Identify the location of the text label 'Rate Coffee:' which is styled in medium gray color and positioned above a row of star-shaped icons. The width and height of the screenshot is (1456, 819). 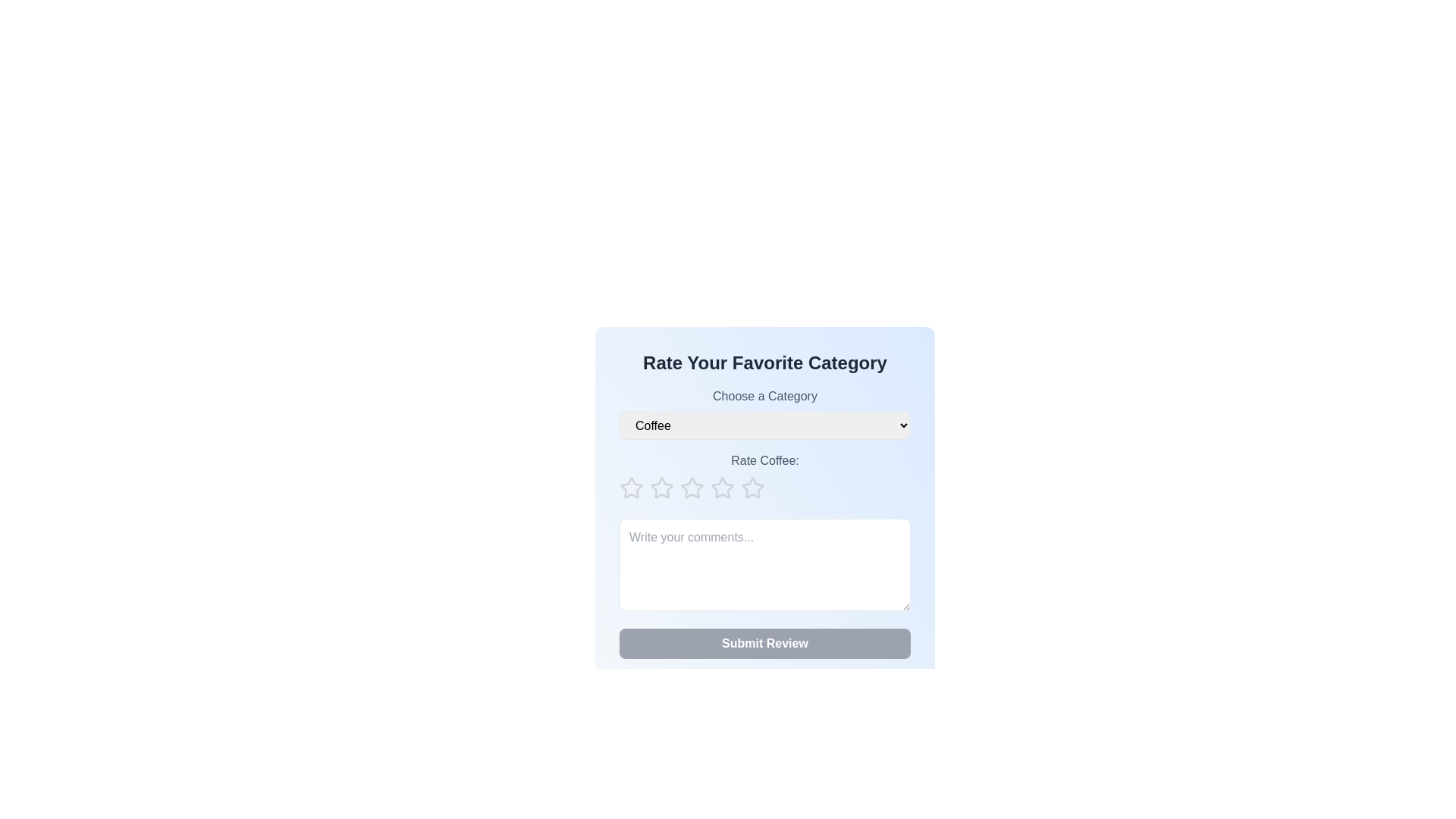
(764, 460).